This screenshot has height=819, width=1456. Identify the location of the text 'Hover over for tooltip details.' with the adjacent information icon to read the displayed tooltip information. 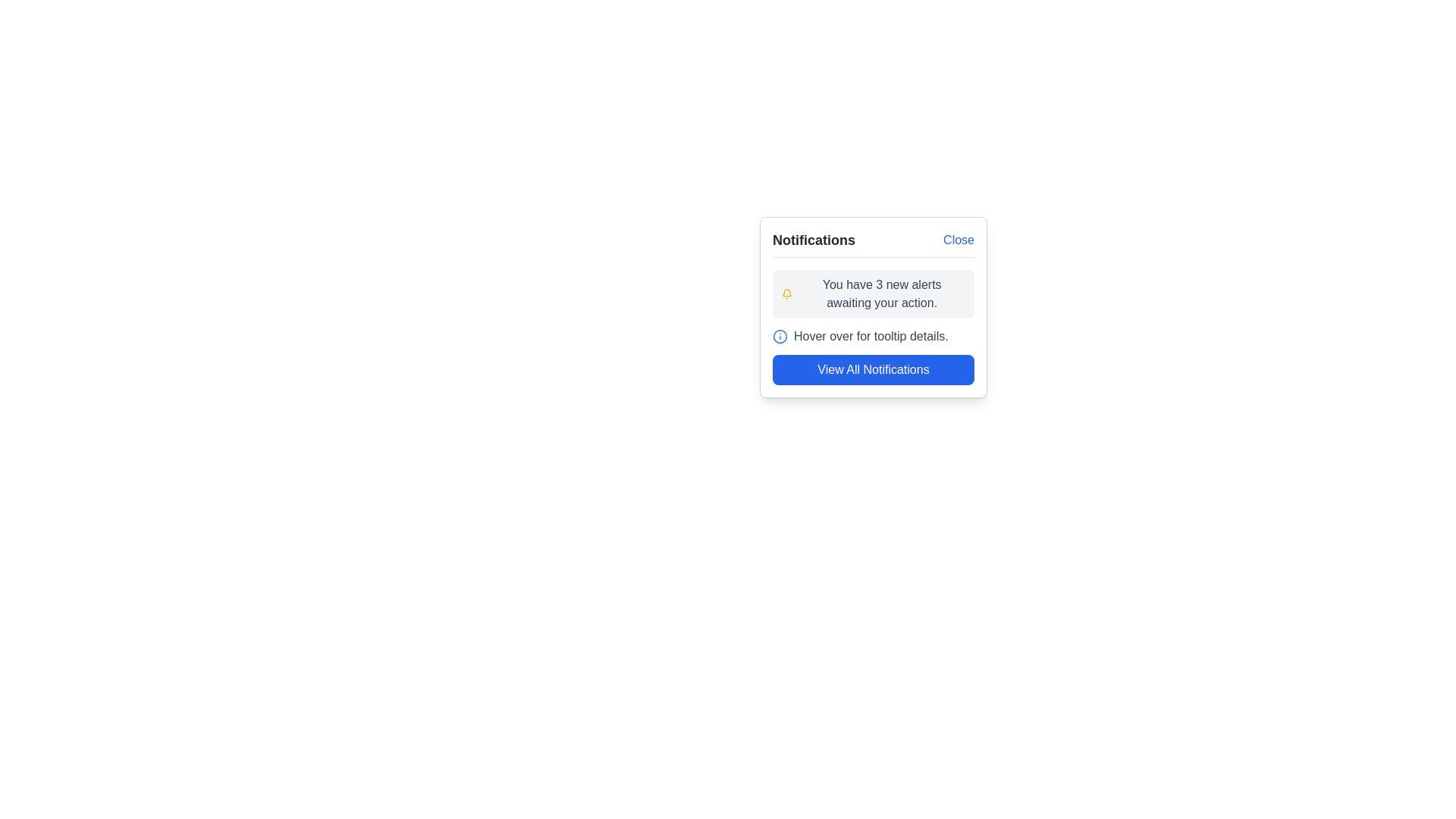
(874, 335).